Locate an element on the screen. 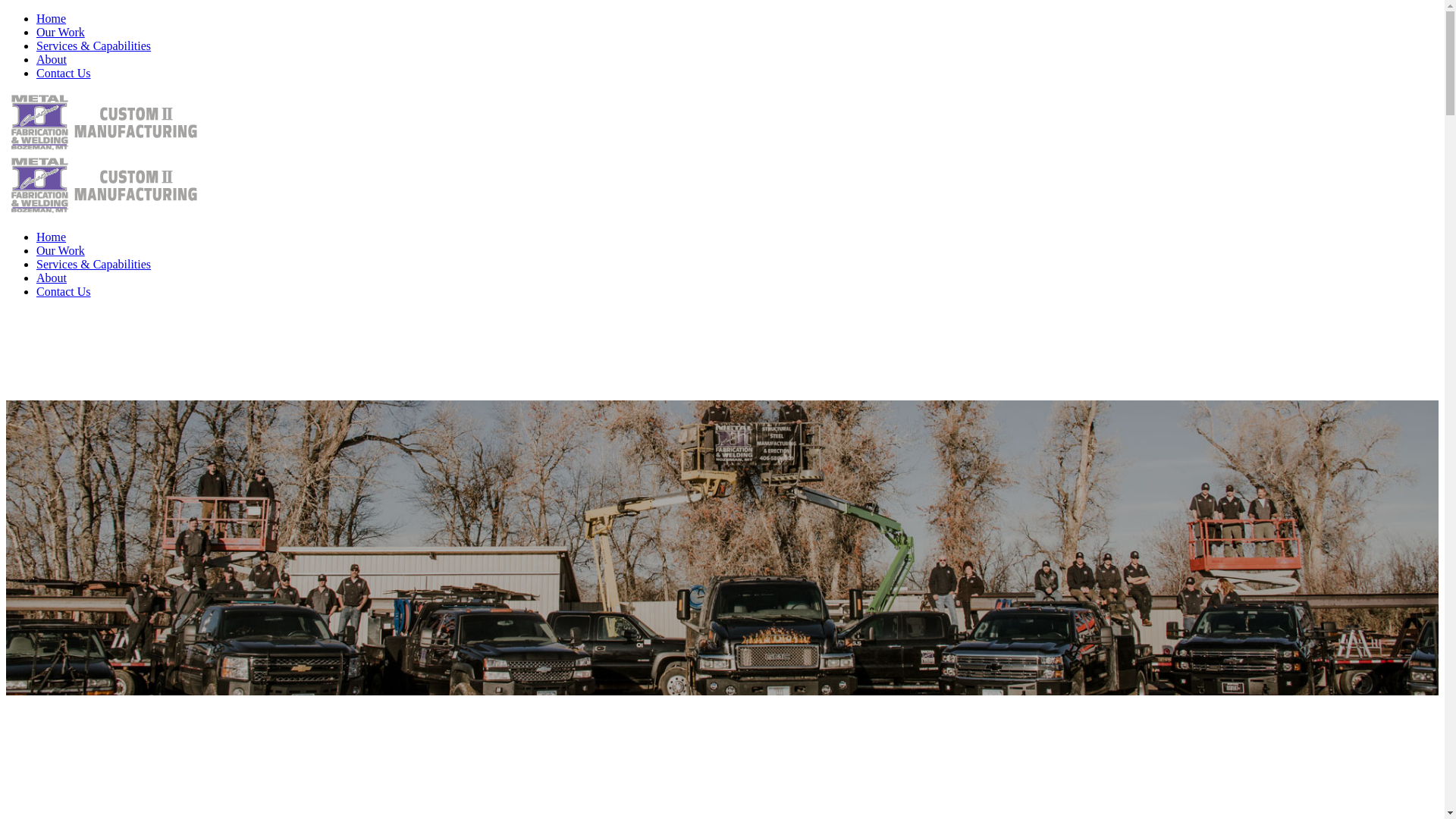 The width and height of the screenshot is (1456, 819). 'Home' is located at coordinates (51, 18).